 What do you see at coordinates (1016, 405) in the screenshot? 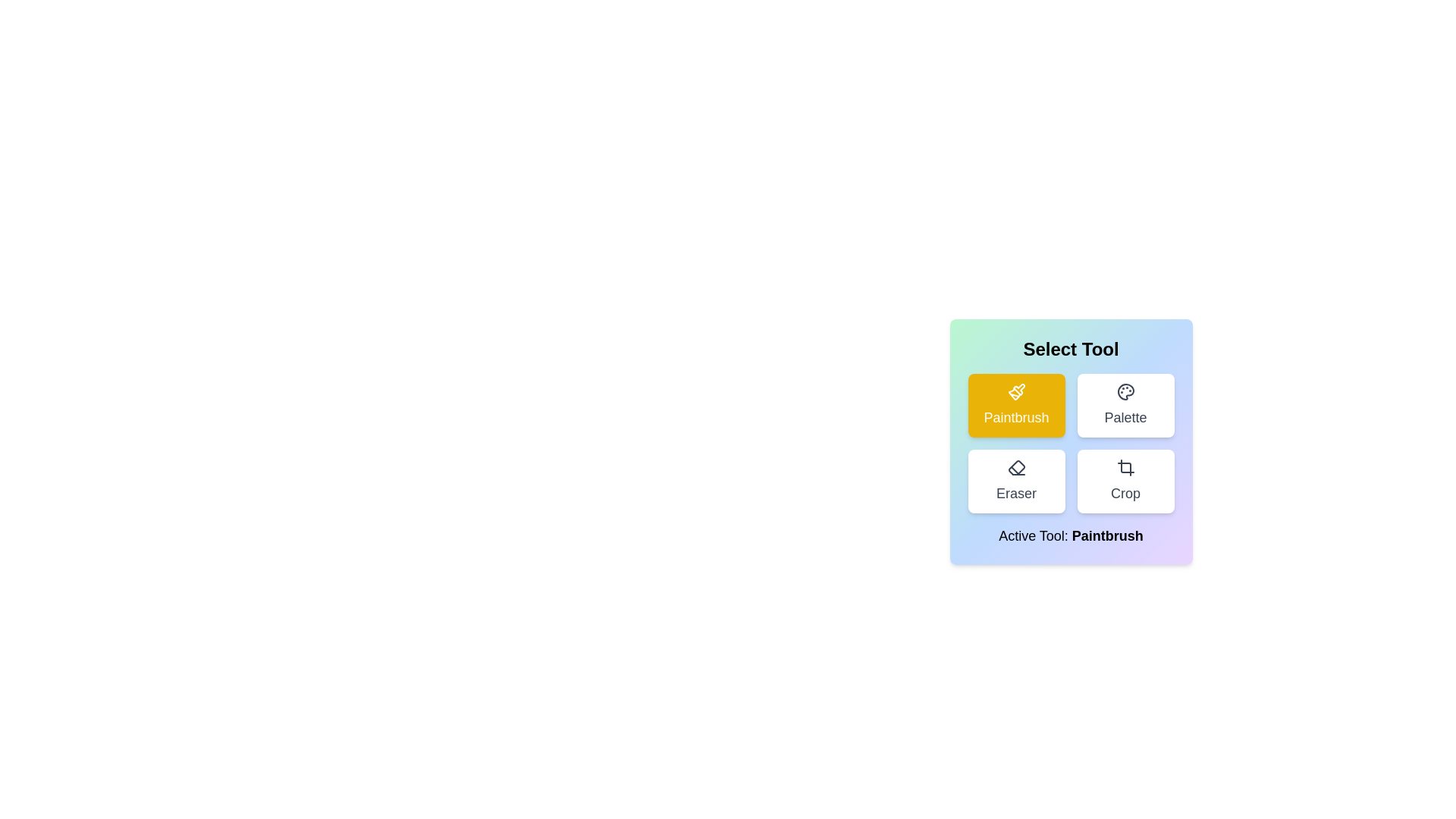
I see `the Paintbrush button to observe its hover effect` at bounding box center [1016, 405].